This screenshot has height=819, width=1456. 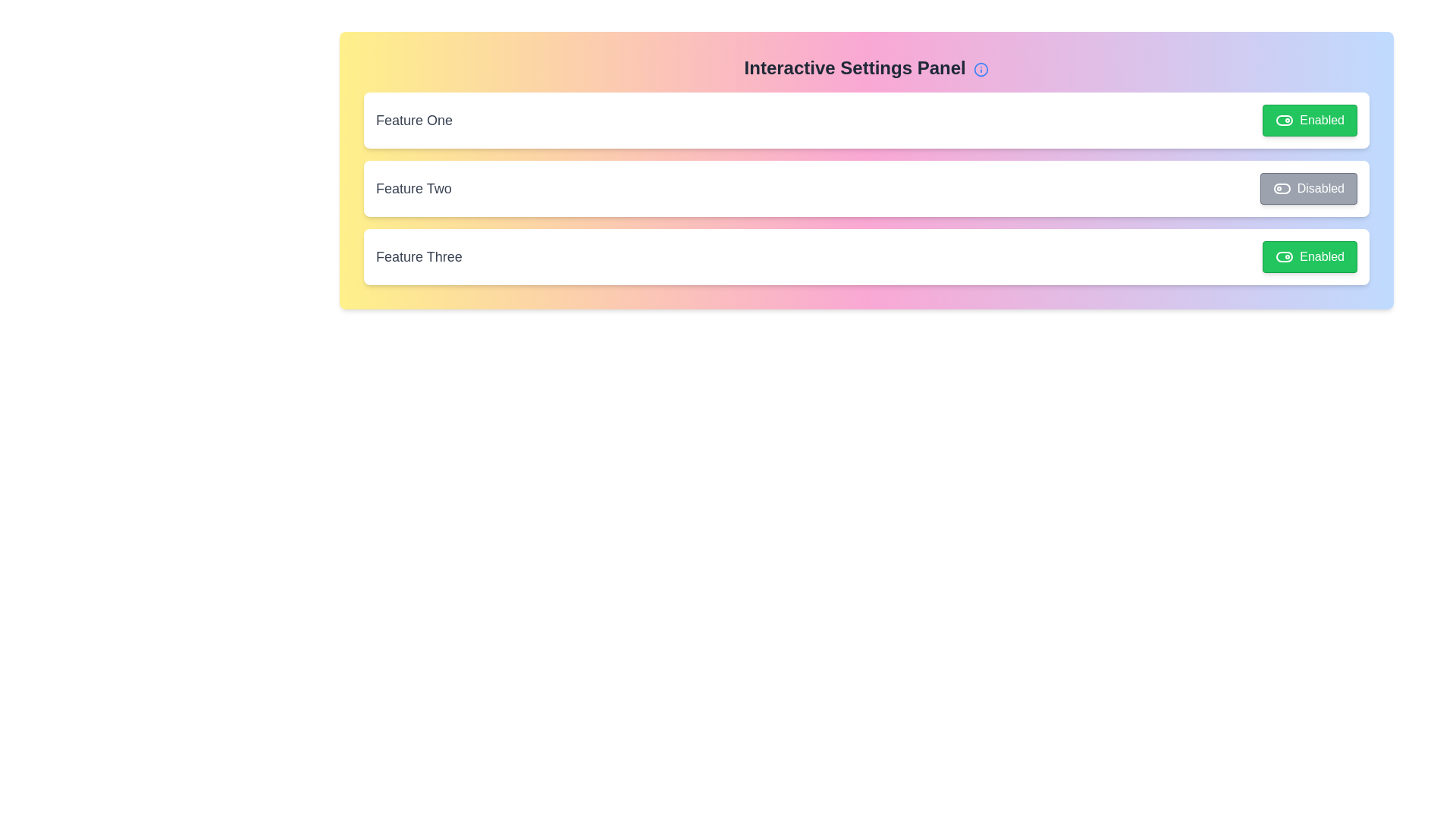 I want to click on the informational icon in the panel header, so click(x=981, y=69).